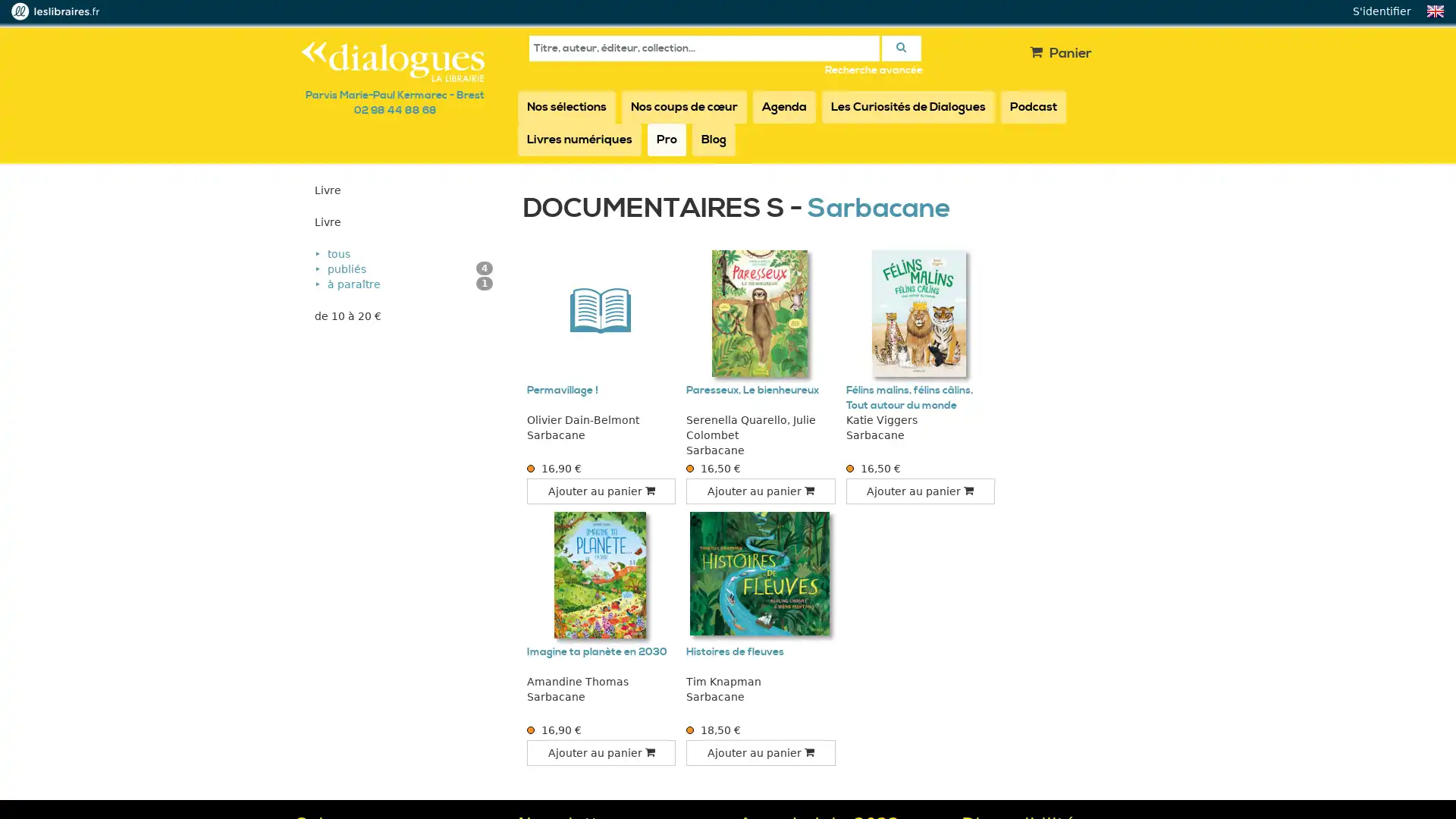 The height and width of the screenshot is (819, 1456). Describe the element at coordinates (919, 491) in the screenshot. I see `Ajouter au panier` at that location.